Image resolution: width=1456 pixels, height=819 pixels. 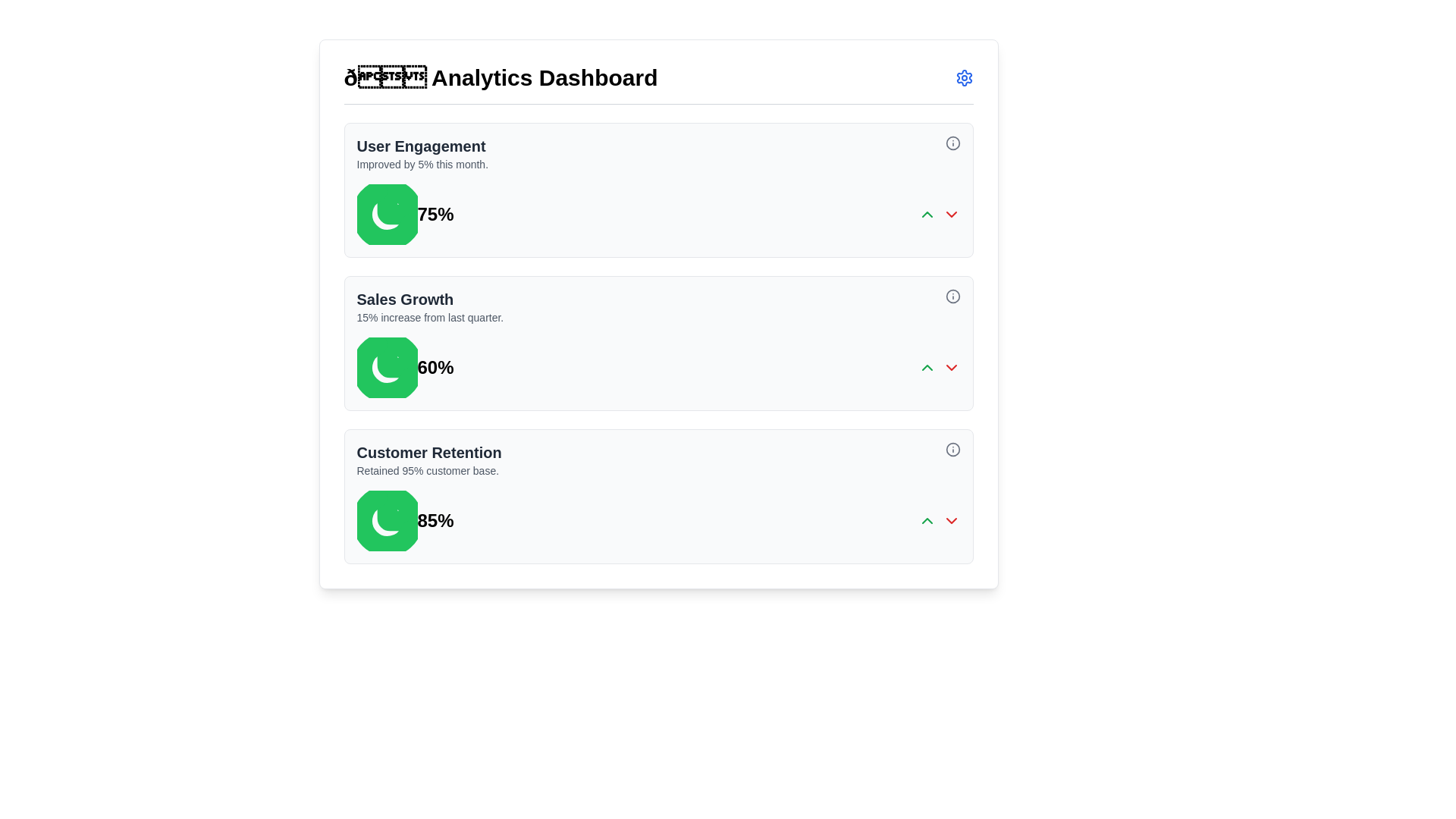 I want to click on the text label displaying '60%' in bold font, located in the middle of the sales growth section of the analytics dashboard, which is aligned to the right of a pie chart icon and above an interactive arrow icon, so click(x=435, y=368).